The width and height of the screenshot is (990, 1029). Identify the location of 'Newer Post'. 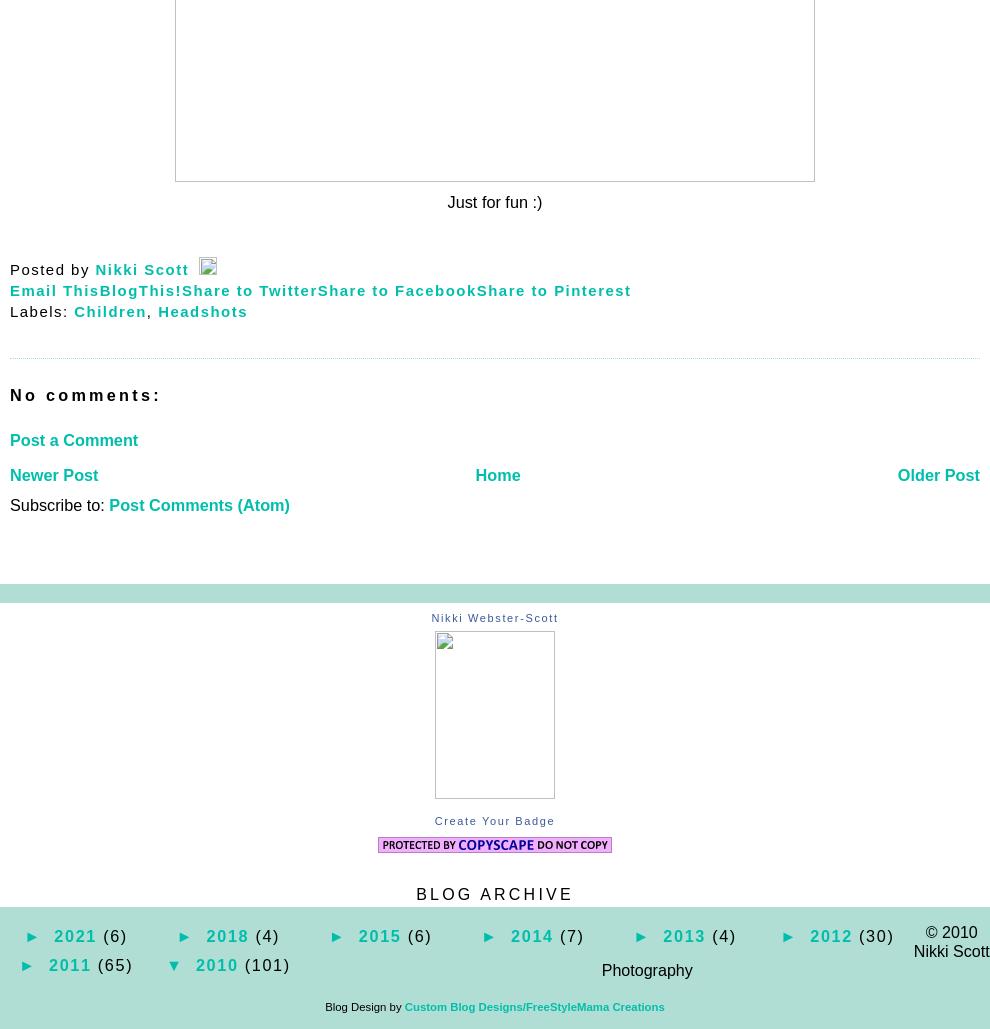
(53, 473).